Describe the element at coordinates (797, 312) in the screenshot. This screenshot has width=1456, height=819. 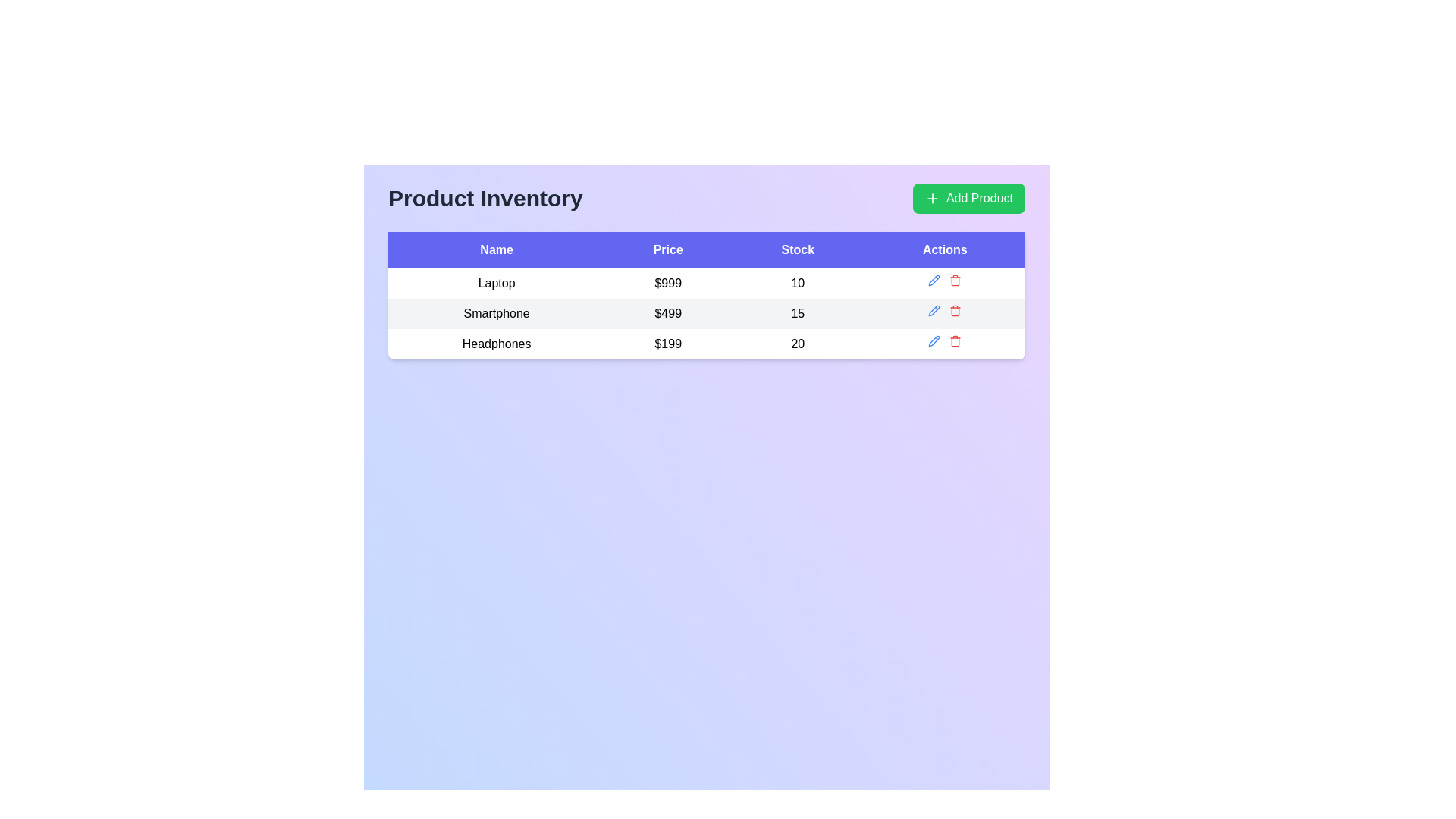
I see `inventory count for the 'Smartphone' product located in the second row of the stock column in the displayed table` at that location.